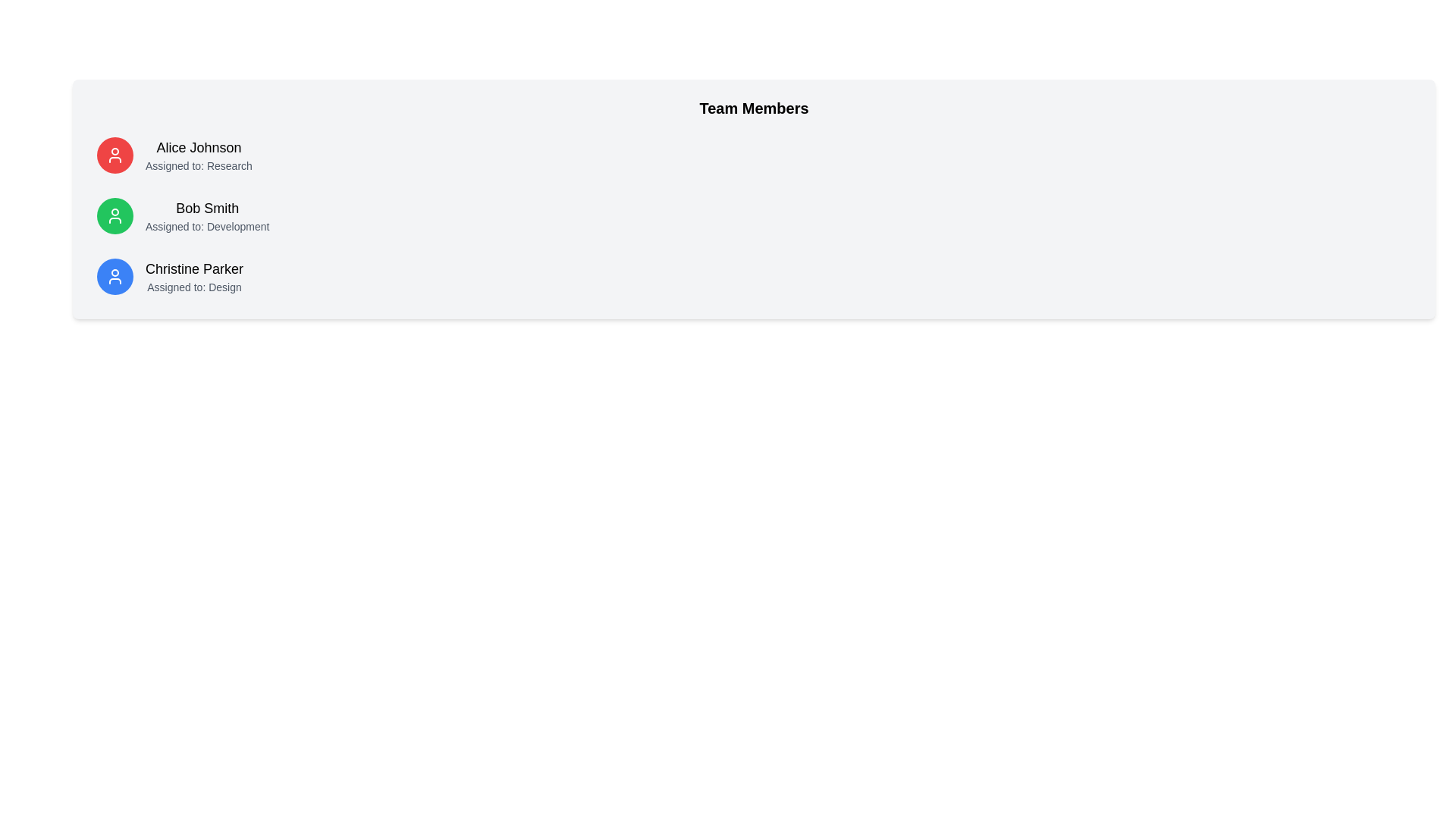 The image size is (1456, 819). I want to click on the user icon representing Bob Smith, located in the middle of three list items for team members, so click(115, 216).